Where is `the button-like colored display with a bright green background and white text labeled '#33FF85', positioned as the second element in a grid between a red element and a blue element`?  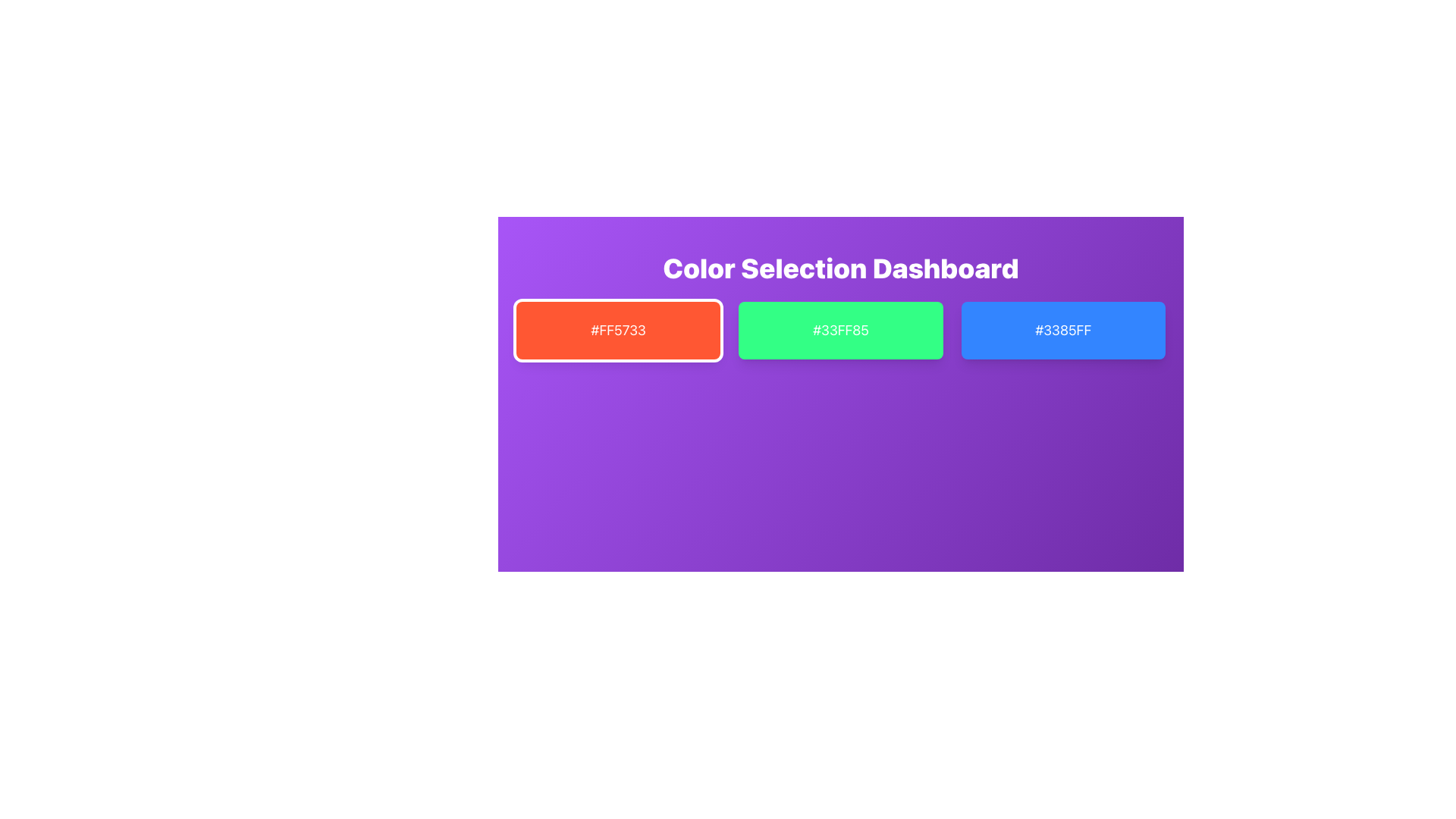 the button-like colored display with a bright green background and white text labeled '#33FF85', positioned as the second element in a grid between a red element and a blue element is located at coordinates (839, 329).